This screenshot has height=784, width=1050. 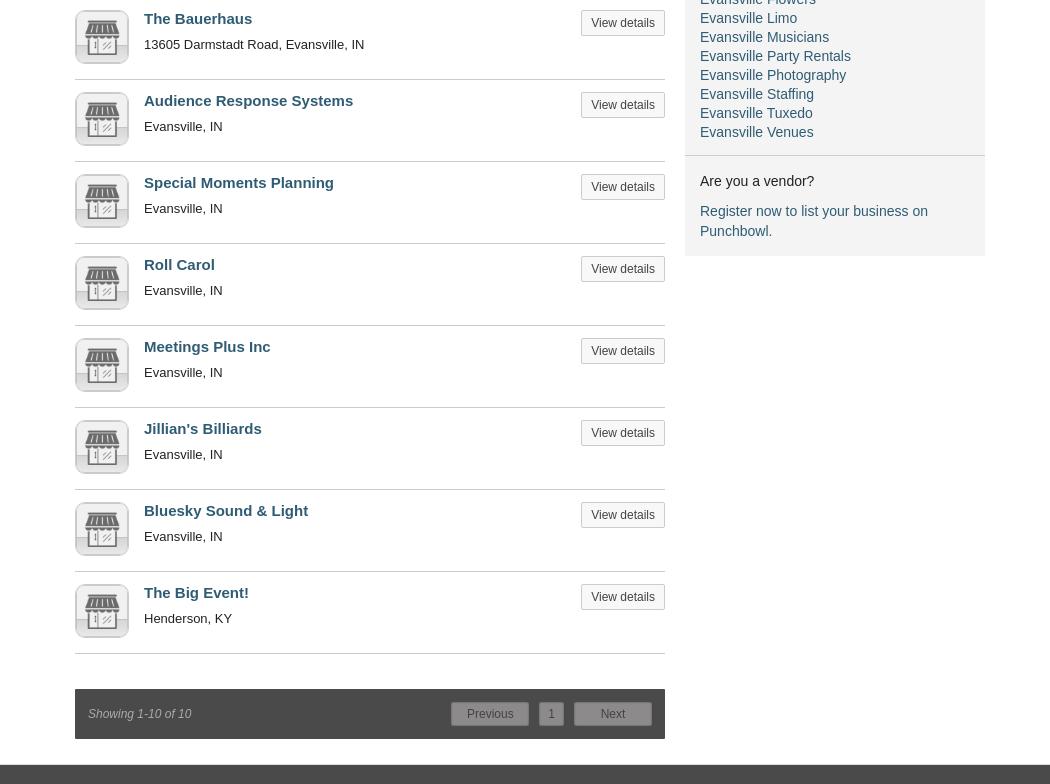 I want to click on 'Bluesky Sound & Light', so click(x=225, y=510).